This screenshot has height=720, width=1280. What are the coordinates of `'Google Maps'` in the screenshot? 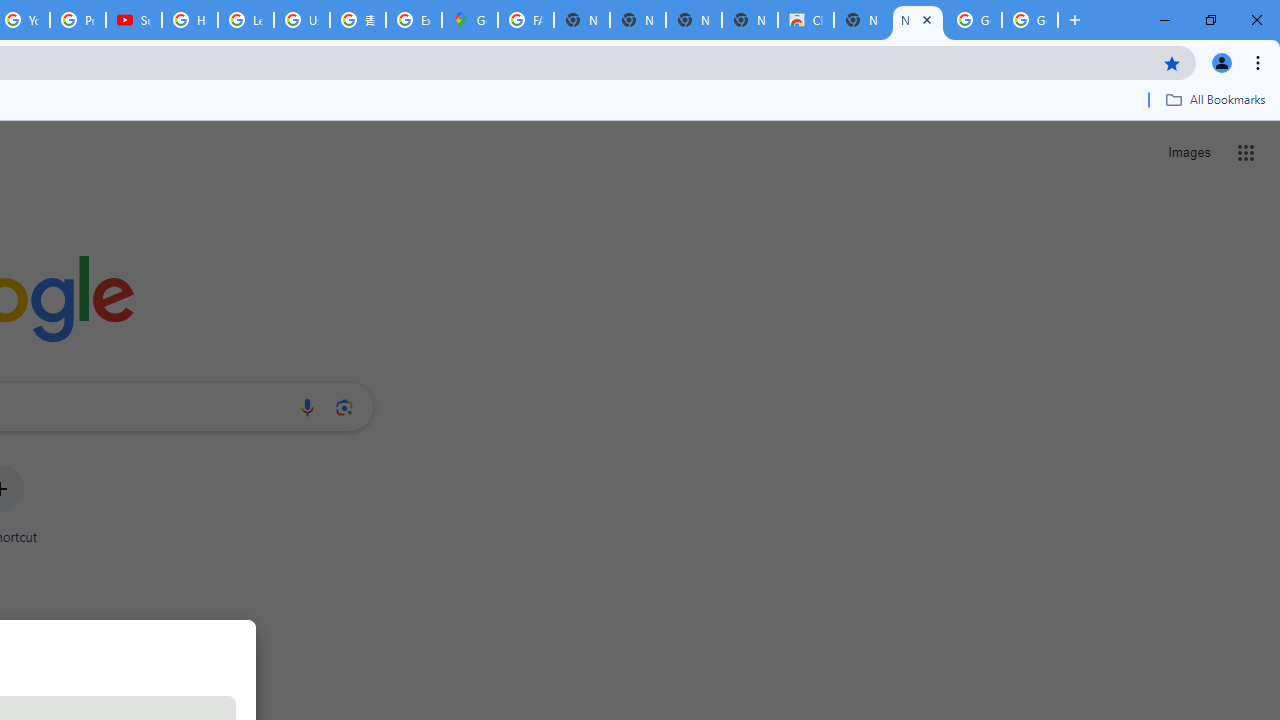 It's located at (468, 20).